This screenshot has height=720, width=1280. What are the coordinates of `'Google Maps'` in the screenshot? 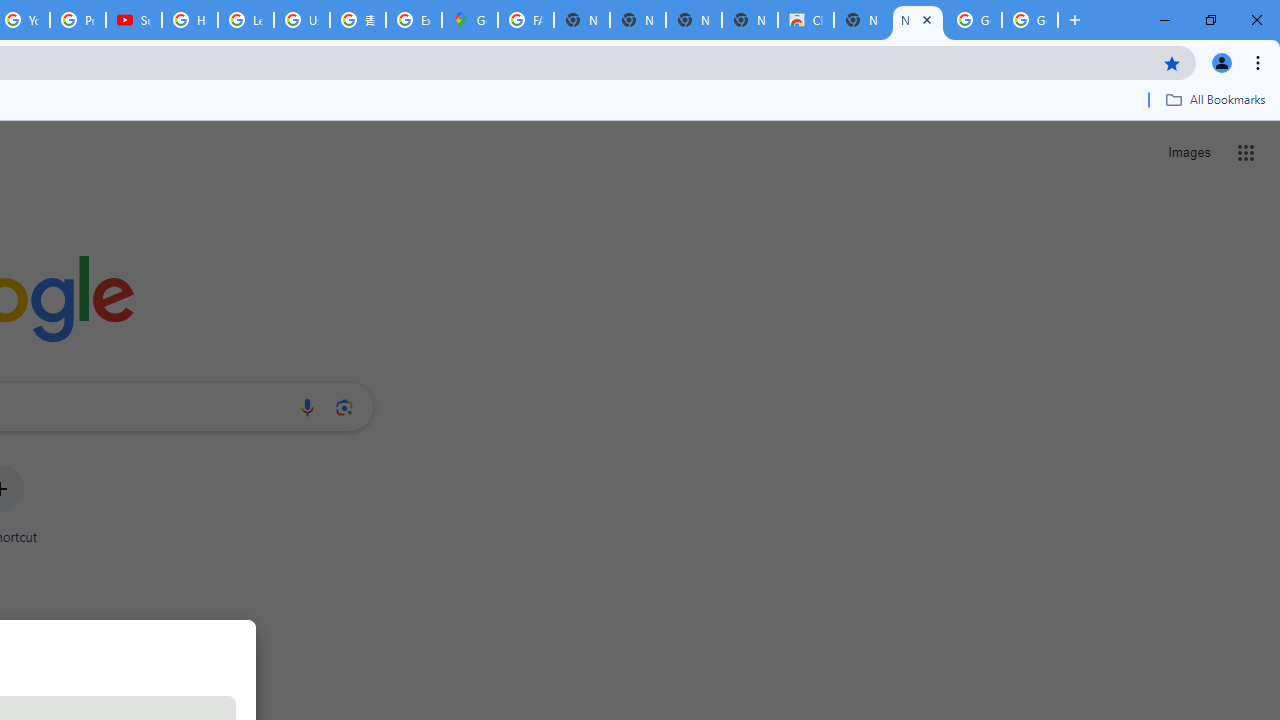 It's located at (468, 20).